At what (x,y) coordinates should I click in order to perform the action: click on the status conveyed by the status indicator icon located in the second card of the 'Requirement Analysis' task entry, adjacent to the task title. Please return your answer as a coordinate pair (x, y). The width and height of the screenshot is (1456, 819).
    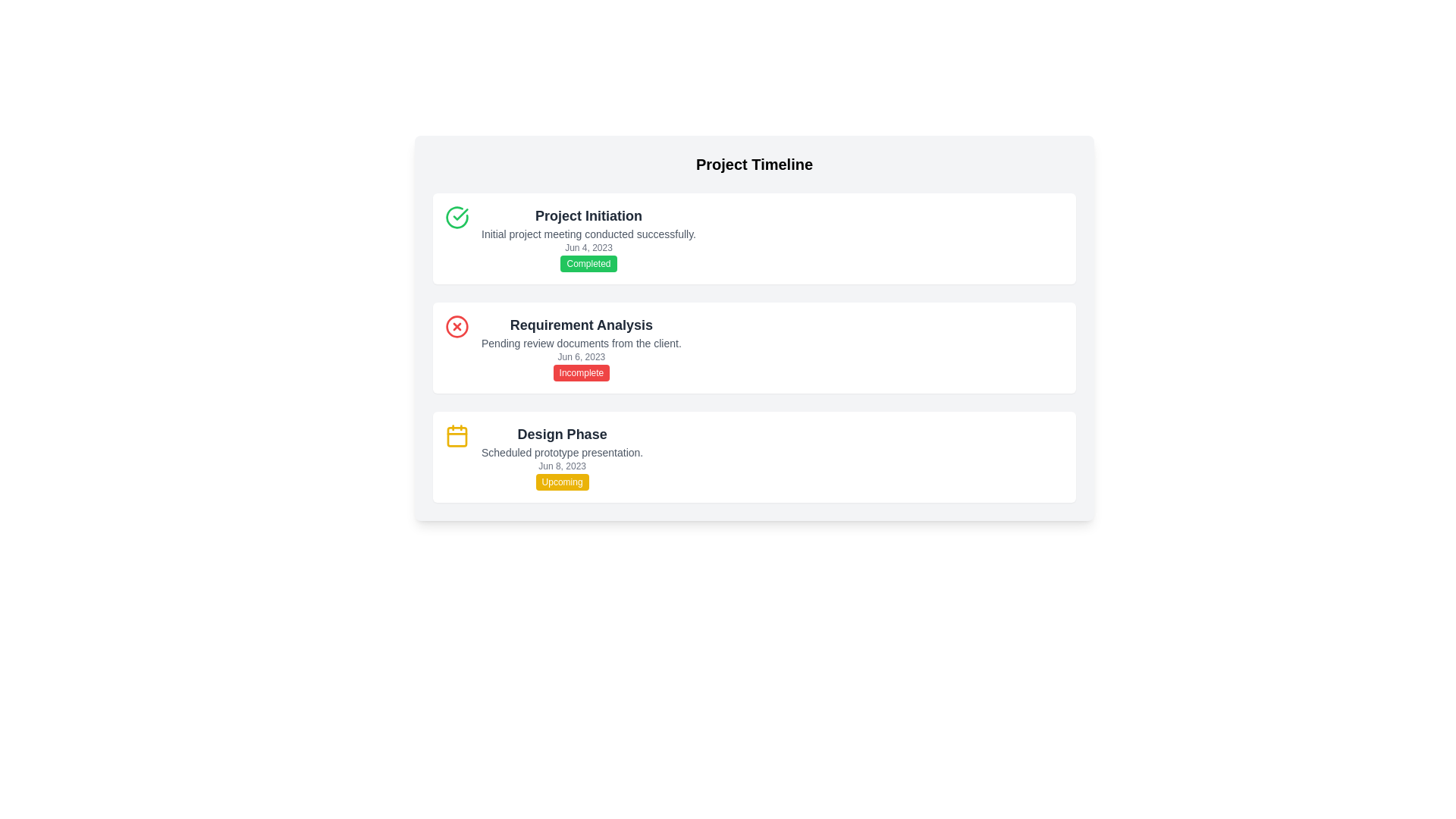
    Looking at the image, I should click on (457, 326).